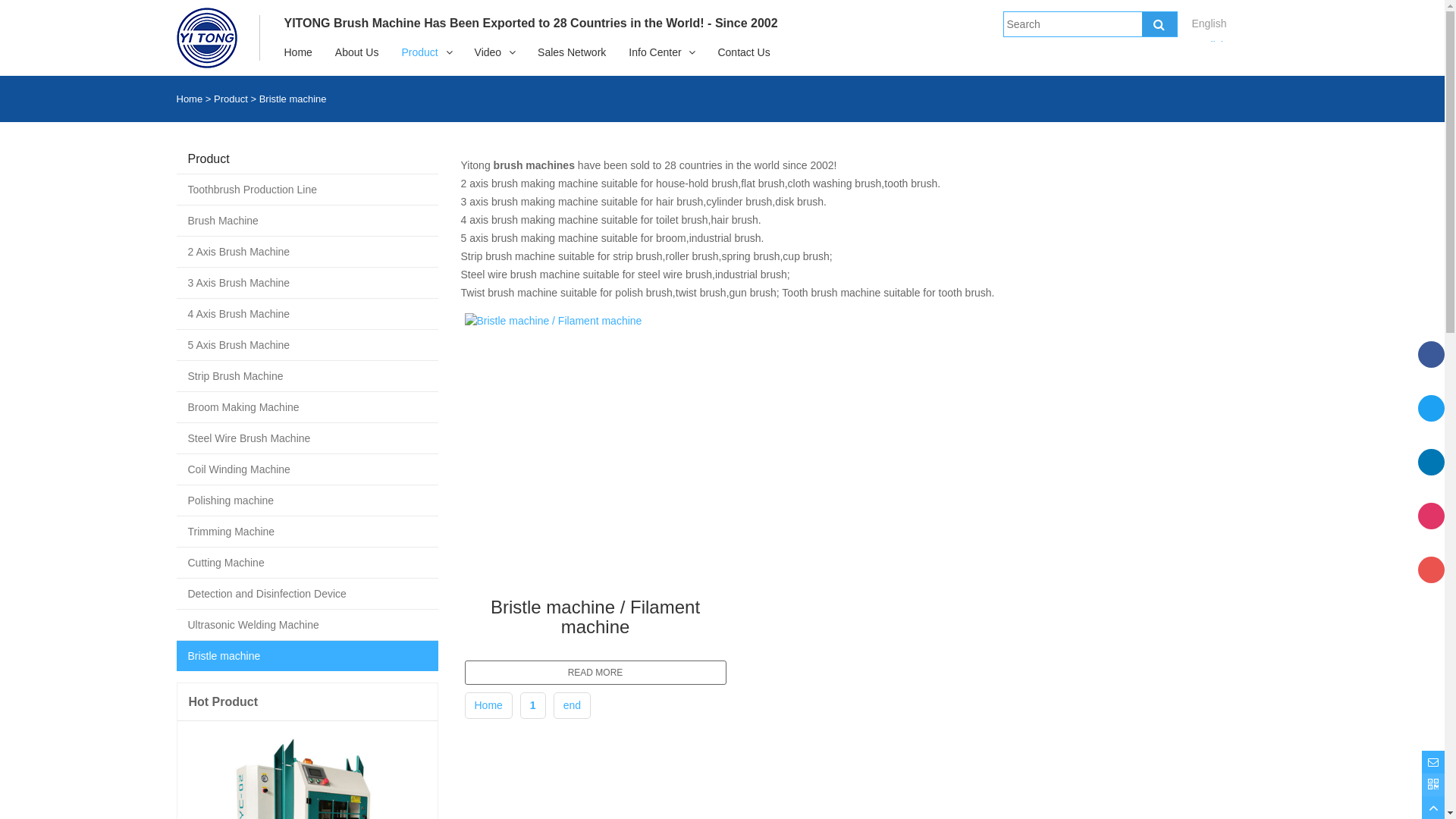 Image resolution: width=1456 pixels, height=819 pixels. Describe the element at coordinates (306, 283) in the screenshot. I see `'3 Axis Brush Machine'` at that location.